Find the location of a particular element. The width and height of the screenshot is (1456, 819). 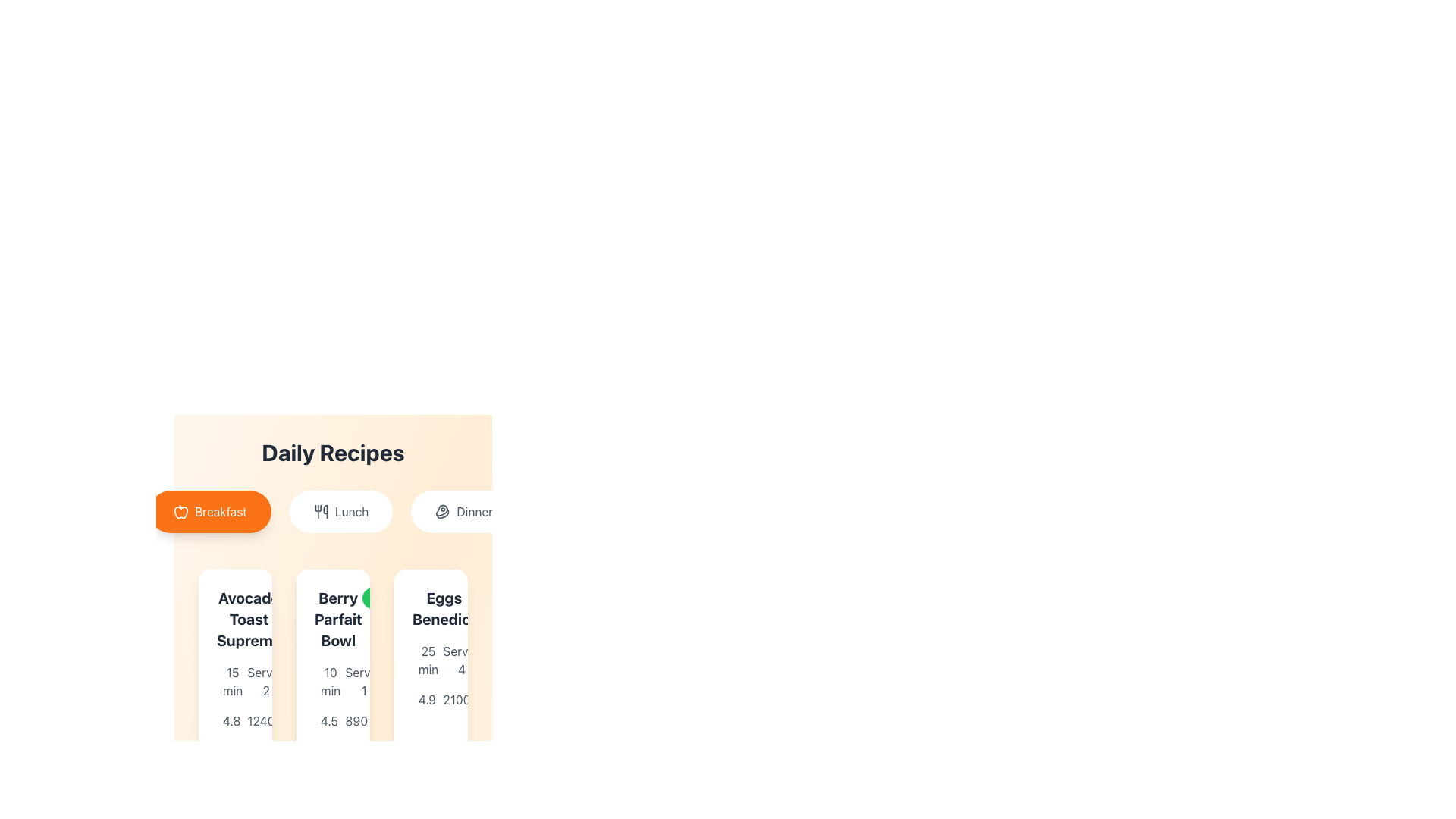

the text label displaying '10 min' located in the 'Berry Parfait Bowl' recipe card, which is below the title and aligns with an orange clock icon is located at coordinates (330, 680).